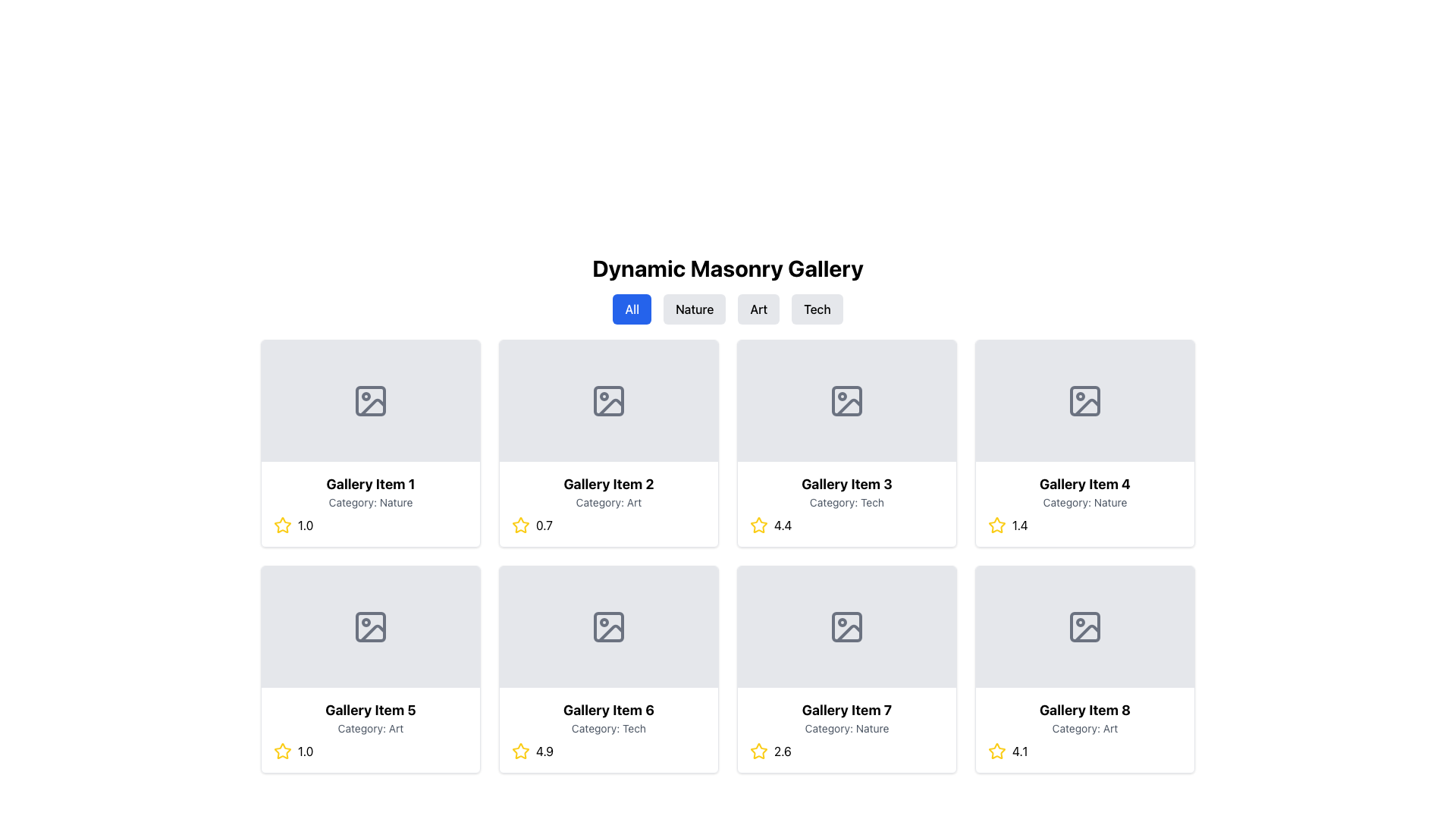 The height and width of the screenshot is (819, 1456). Describe the element at coordinates (608, 626) in the screenshot. I see `the stylized SVG icon for 'Gallery Item 6', which is located in the second row, third column of the gallery layout, featuring a square with rounded corners and a small circle in the top left` at that location.